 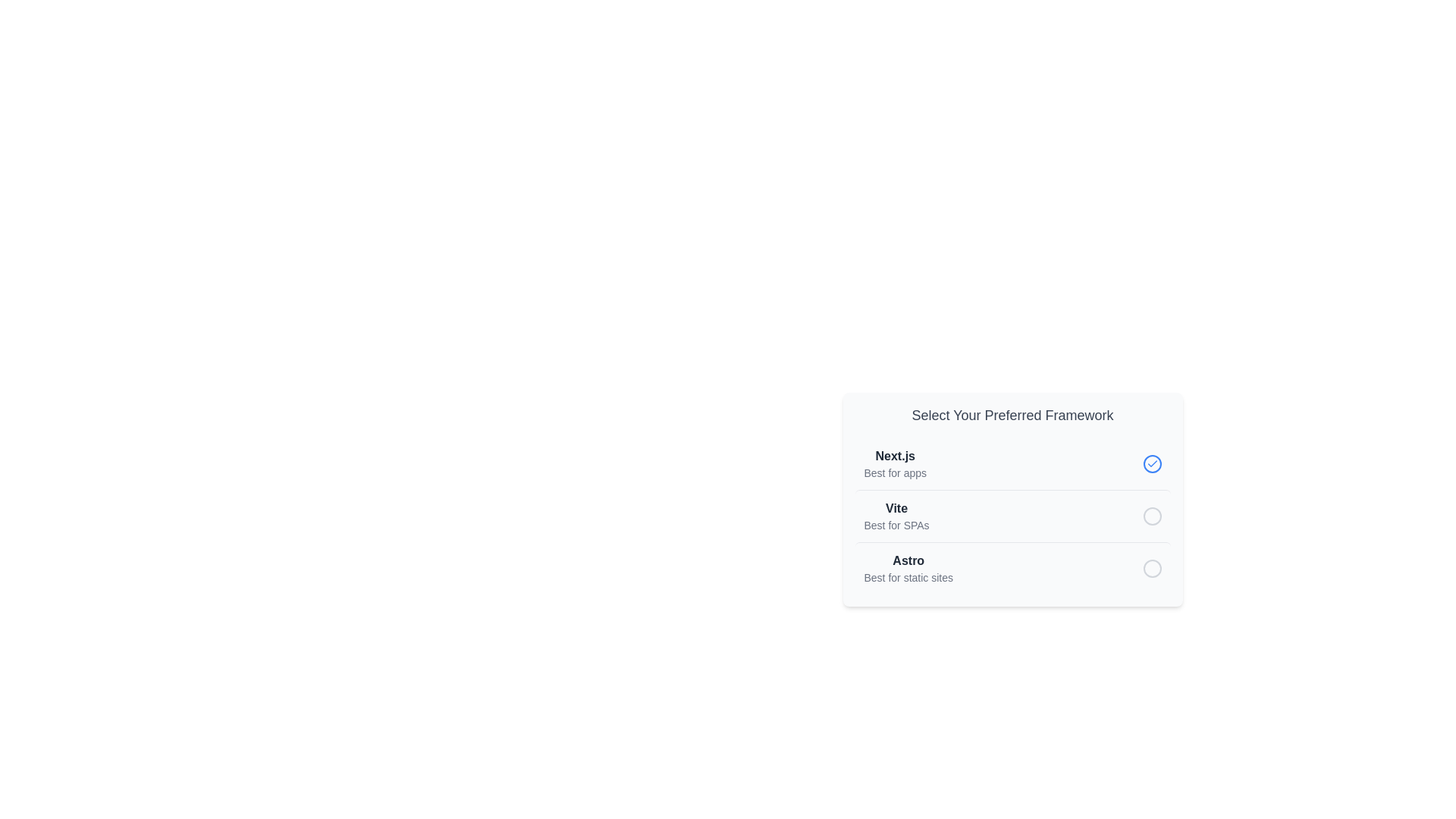 I want to click on the second item in the framework selection list that describes the Vite framework, located below the 'Next.js' item and above the 'Astro' item, so click(x=896, y=516).